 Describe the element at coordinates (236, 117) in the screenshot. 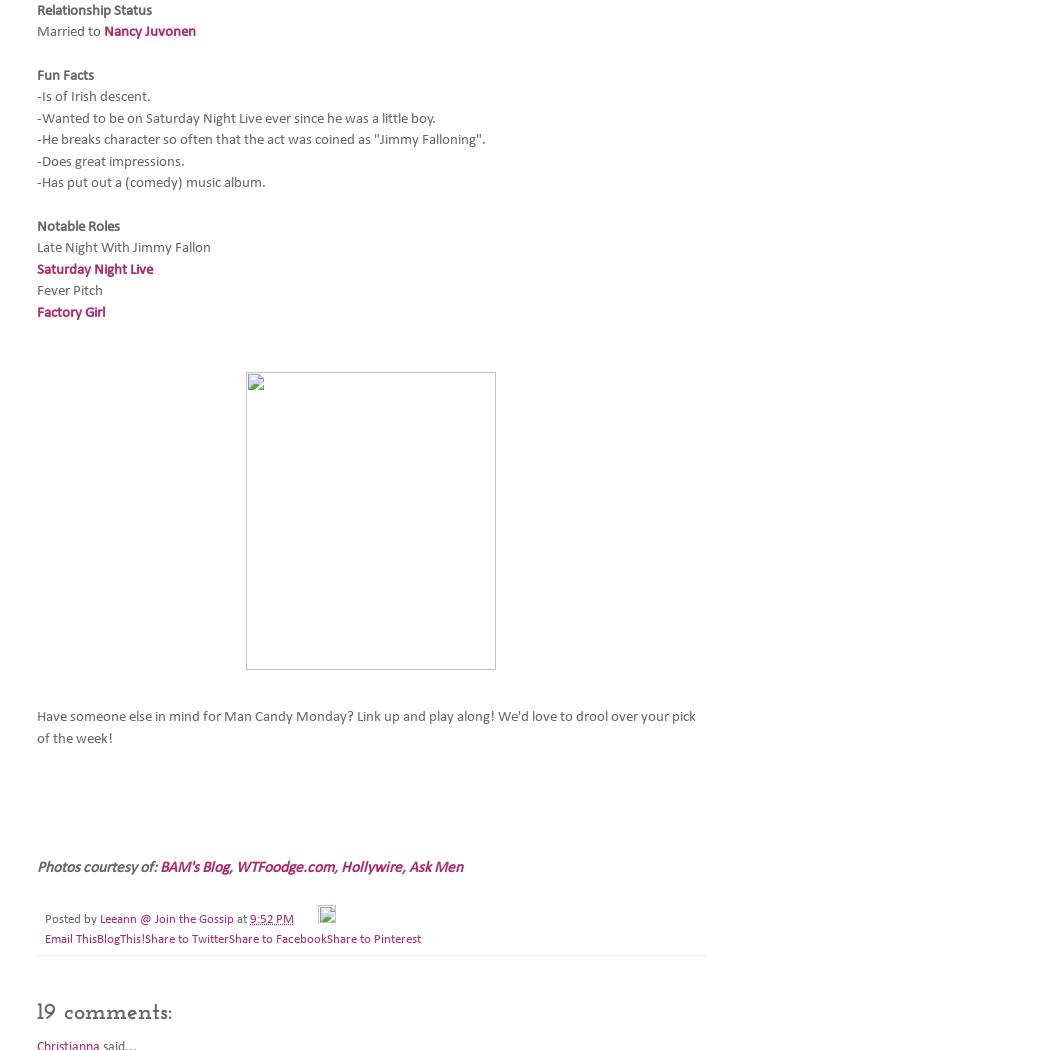

I see `'-Wanted to be on Saturday Night Live ever since he was a little boy.'` at that location.